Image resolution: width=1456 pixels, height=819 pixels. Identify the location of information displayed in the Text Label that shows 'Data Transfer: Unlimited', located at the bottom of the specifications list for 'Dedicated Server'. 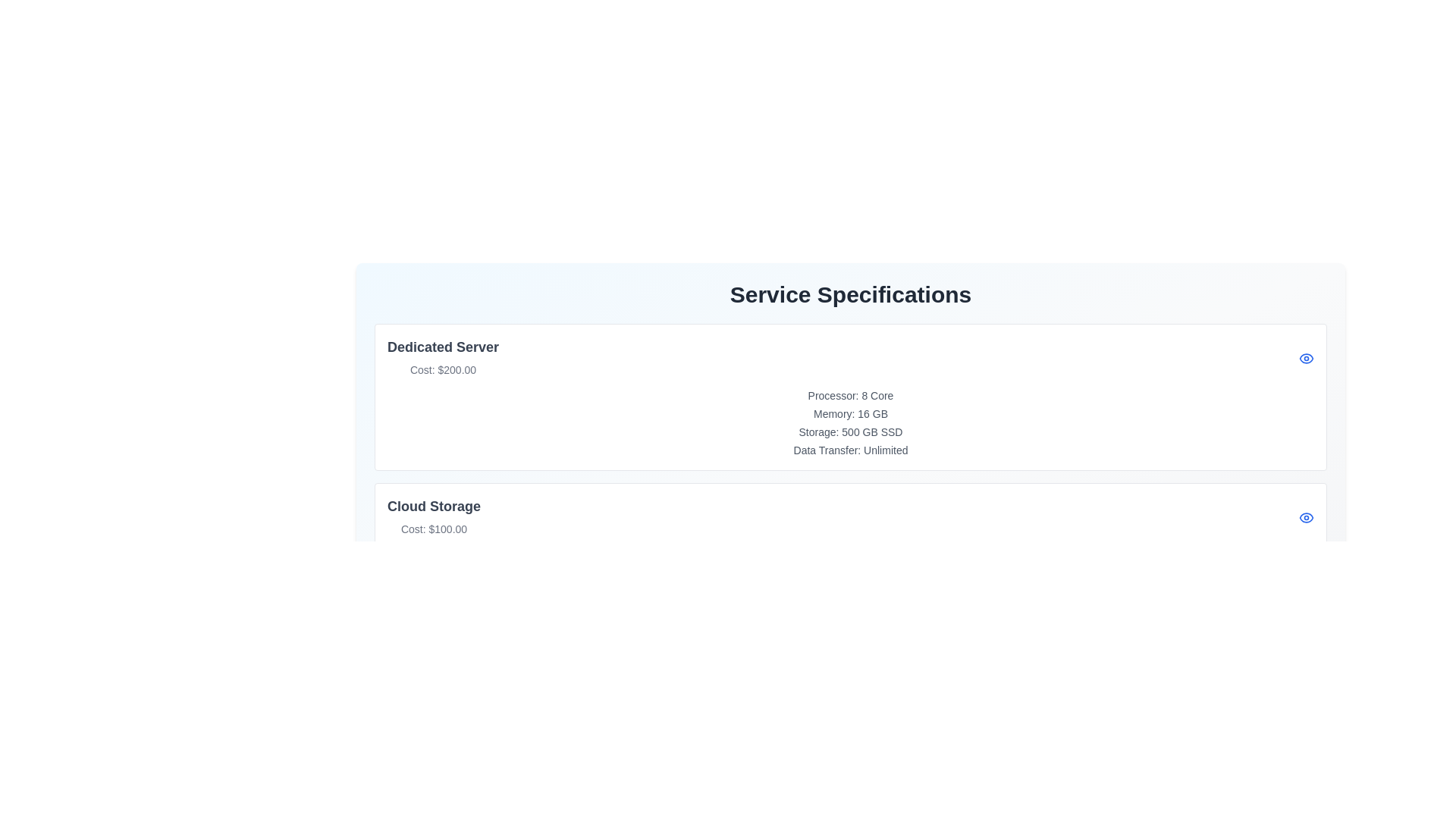
(851, 450).